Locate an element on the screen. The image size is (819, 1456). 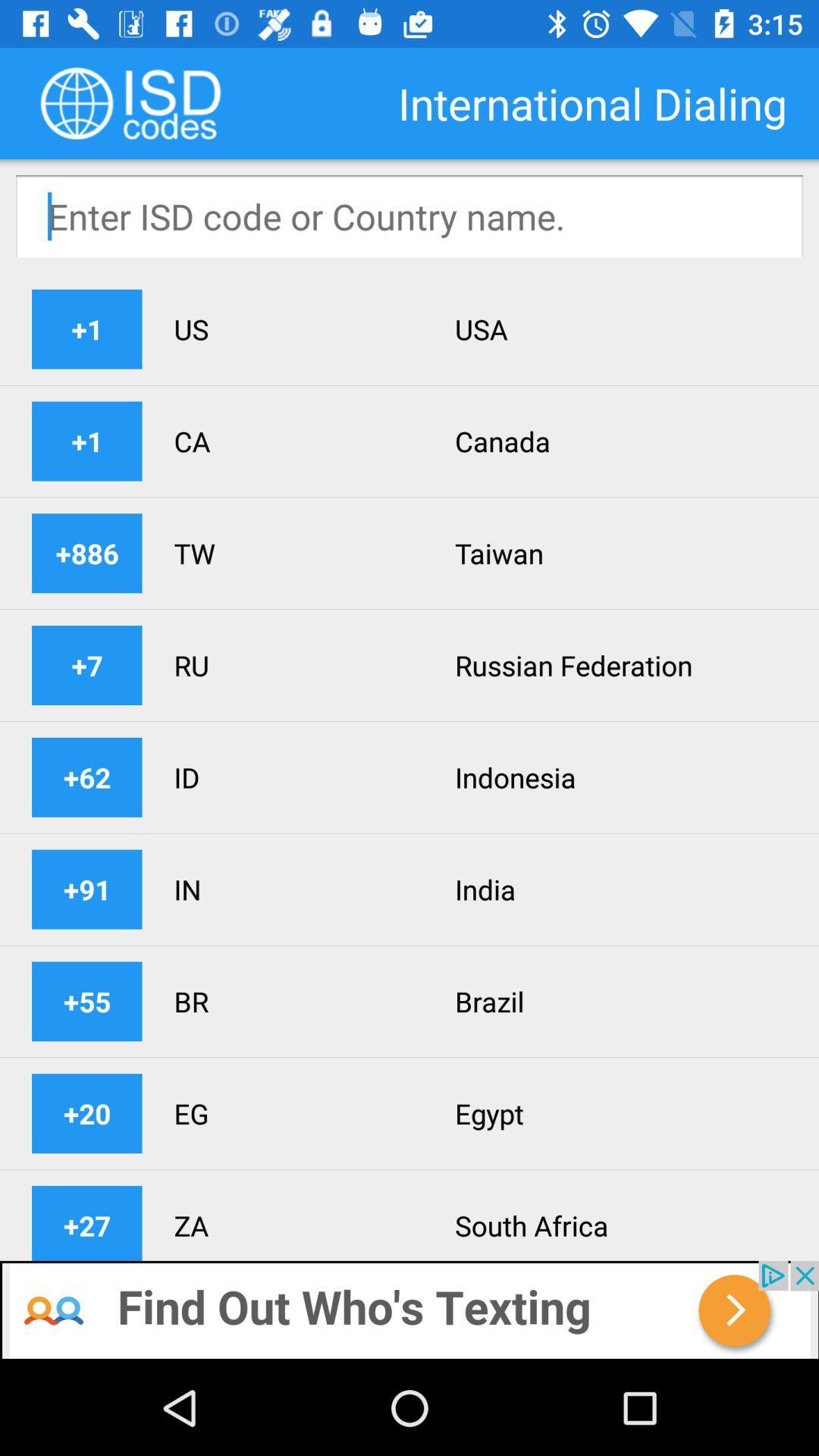
isd code/country field is located at coordinates (409, 215).